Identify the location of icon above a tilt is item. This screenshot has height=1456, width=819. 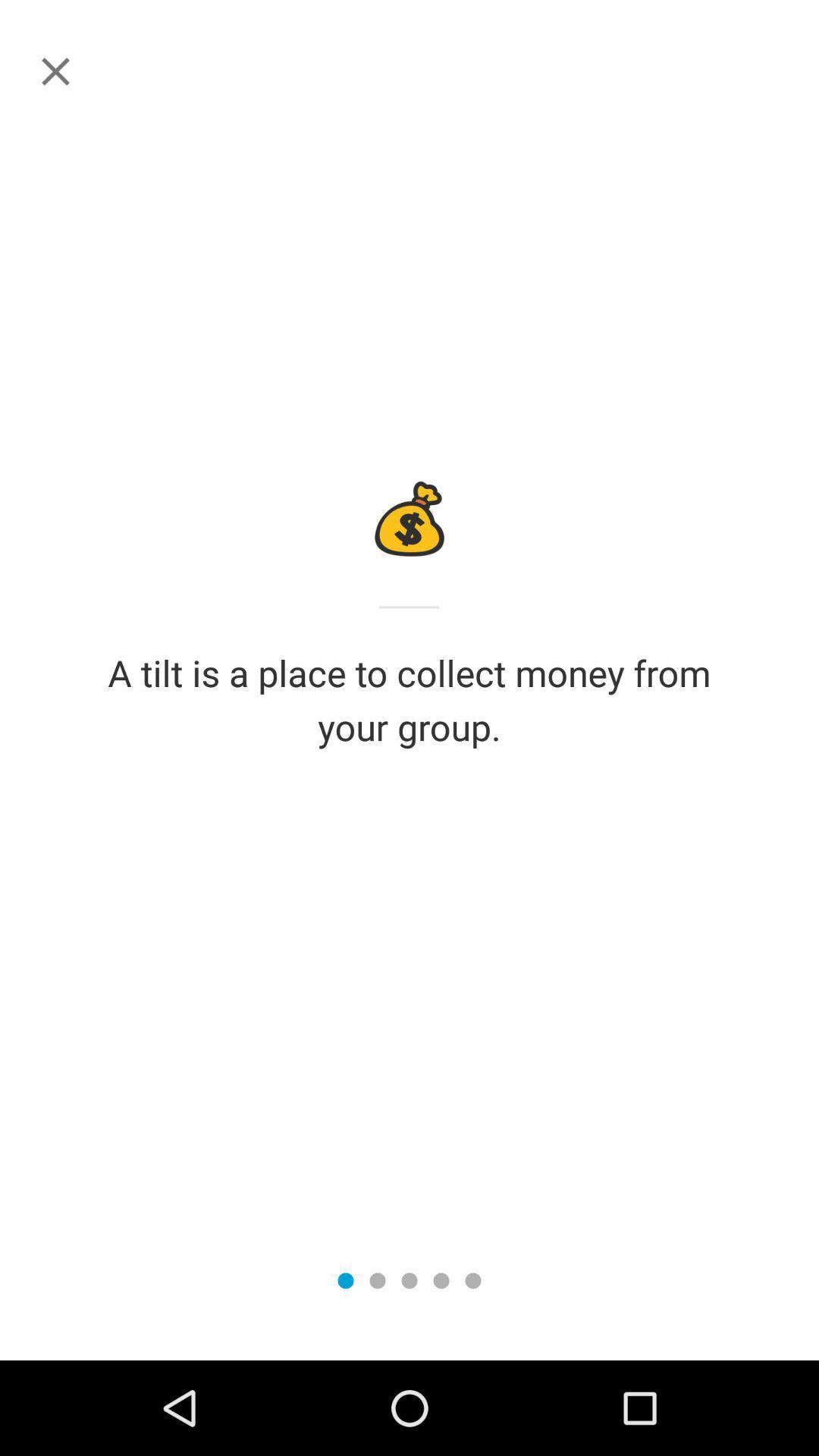
(55, 71).